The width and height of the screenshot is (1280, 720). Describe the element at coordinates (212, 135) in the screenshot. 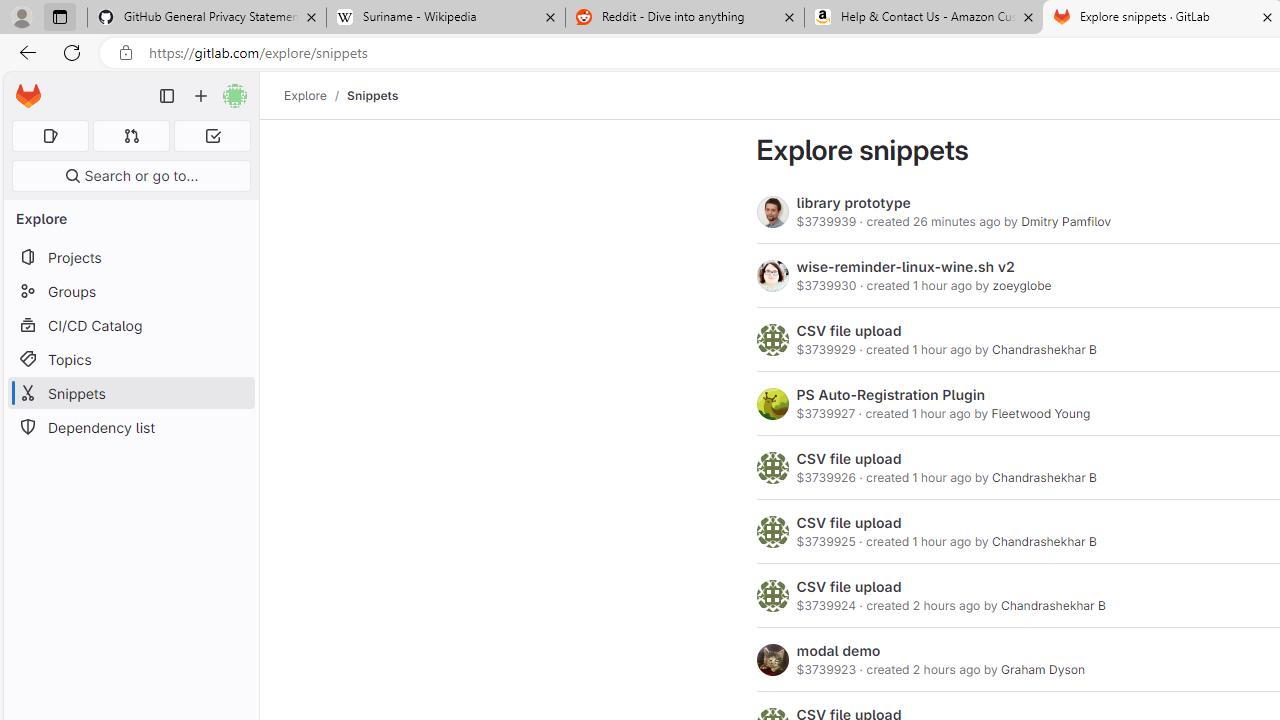

I see `'To-Do list 0'` at that location.